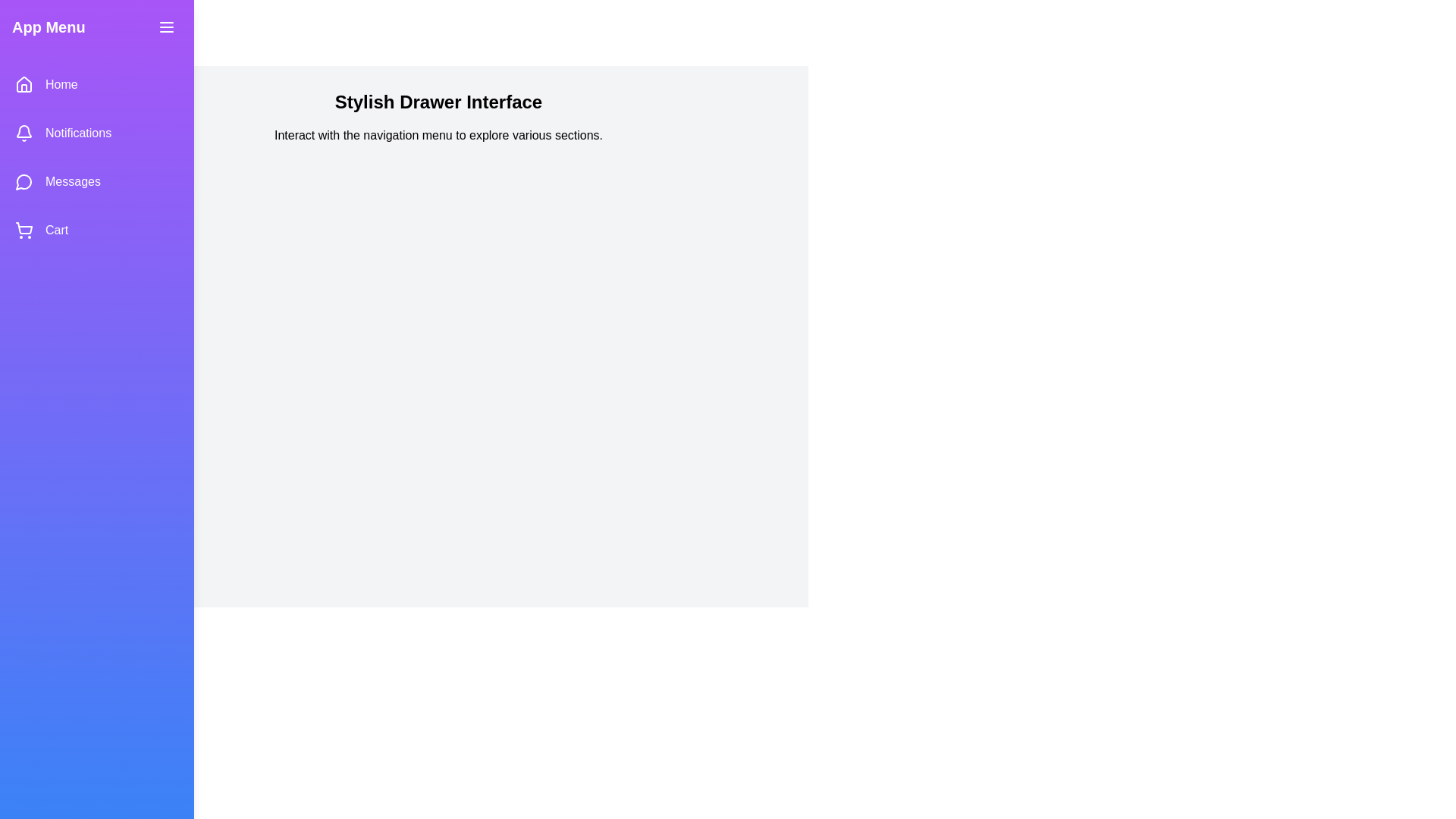  I want to click on the Messages navigation option from the StylishDrawer menu, so click(96, 180).